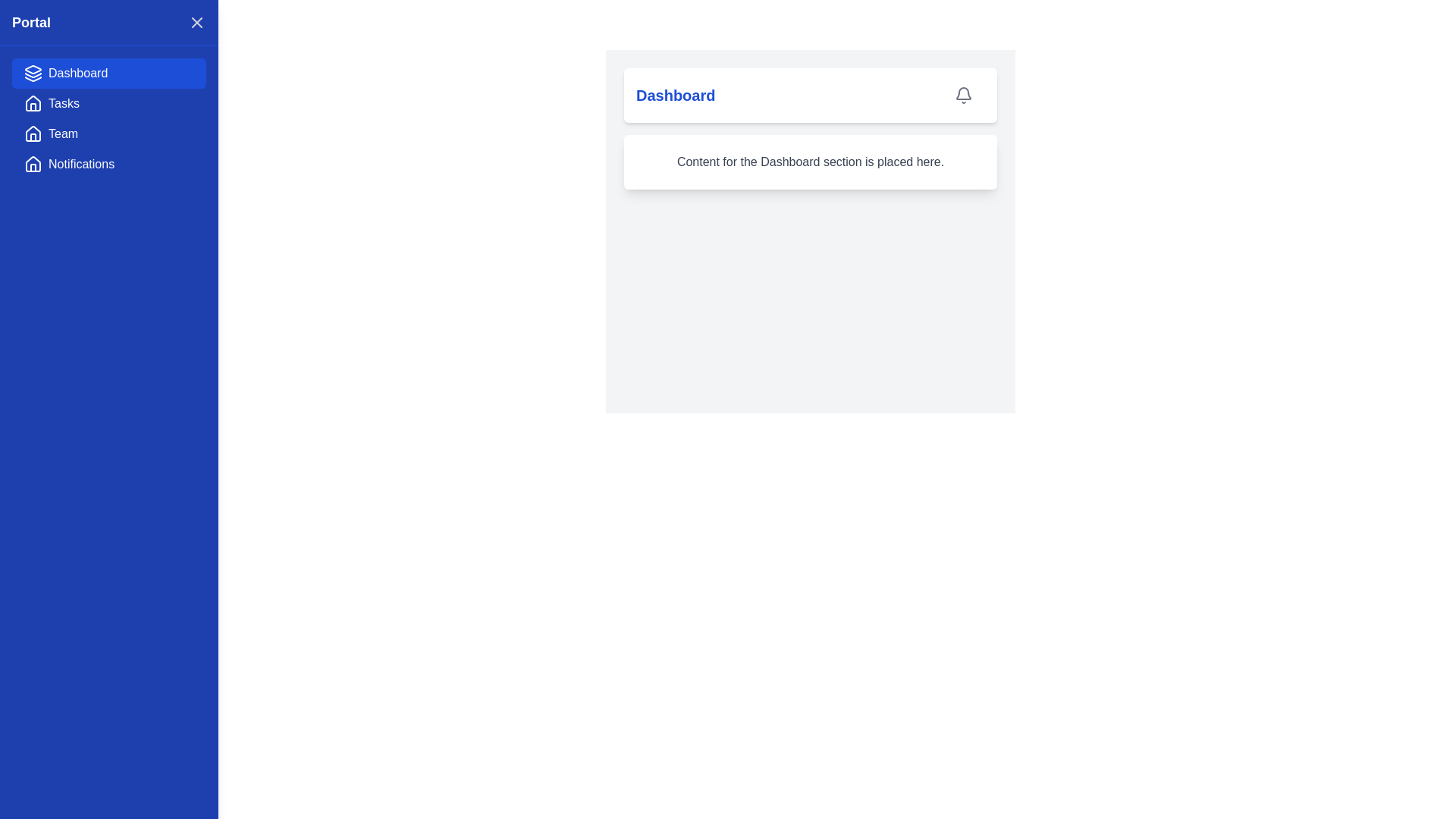  I want to click on the red house-shaped icon in the left navigation menu, which corresponds to the 'Tasks' section, so click(33, 102).